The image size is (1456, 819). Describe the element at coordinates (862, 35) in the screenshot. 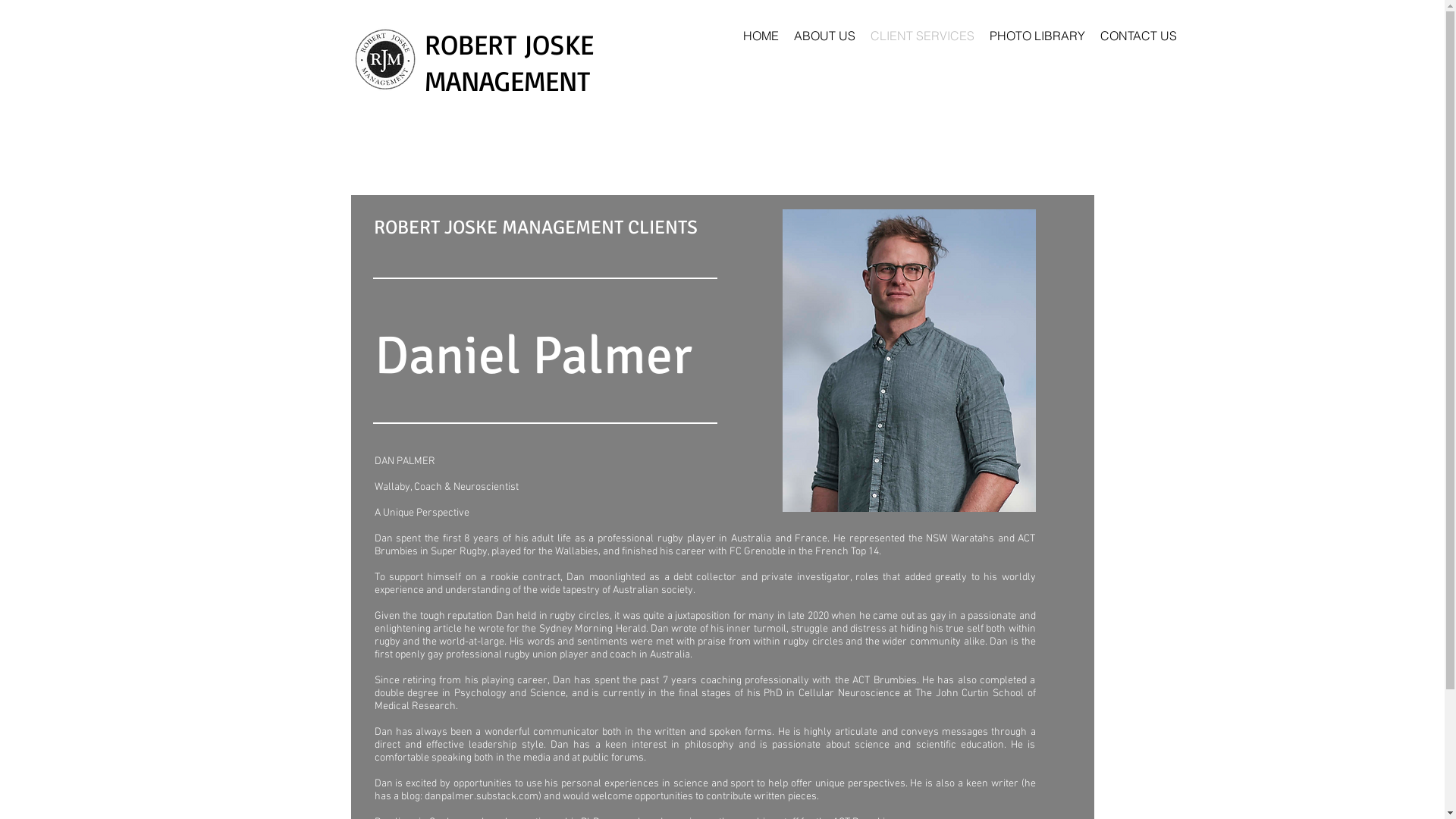

I see `'CLIENT SERVICES'` at that location.